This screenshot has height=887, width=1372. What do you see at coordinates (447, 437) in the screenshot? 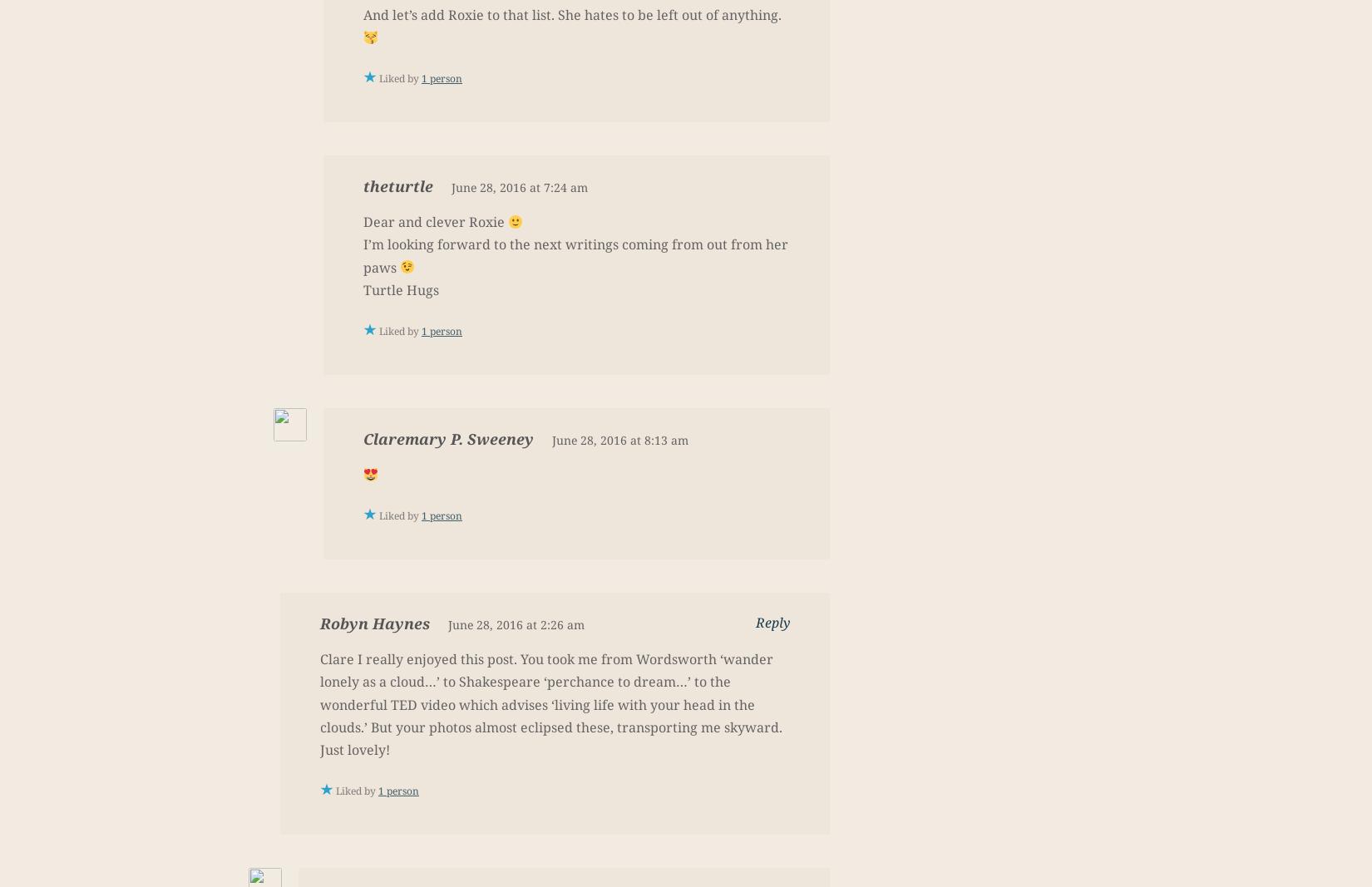
I see `'Claremary P. Sweeney'` at bounding box center [447, 437].